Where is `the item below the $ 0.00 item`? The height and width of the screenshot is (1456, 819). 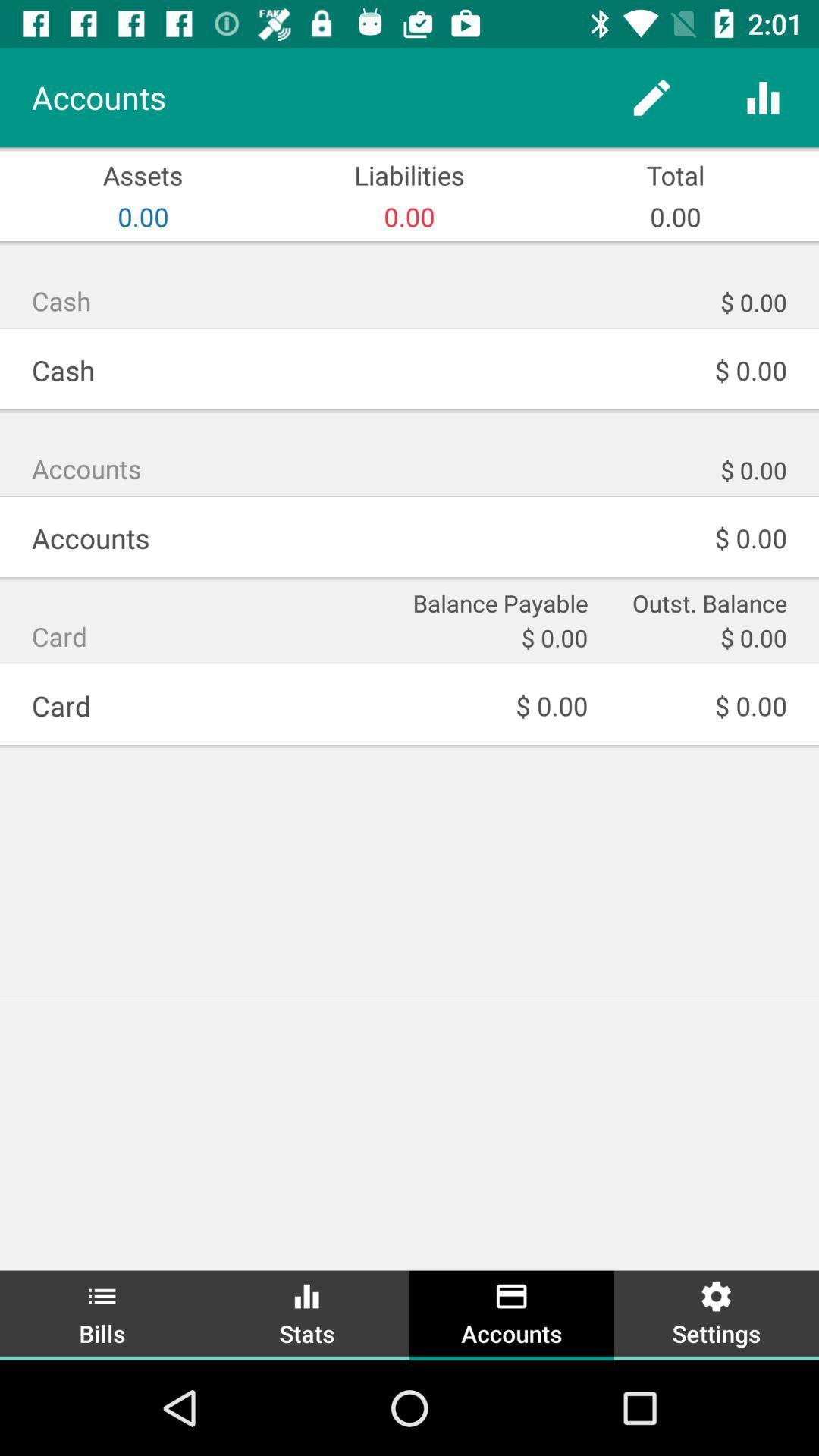 the item below the $ 0.00 item is located at coordinates (717, 1313).